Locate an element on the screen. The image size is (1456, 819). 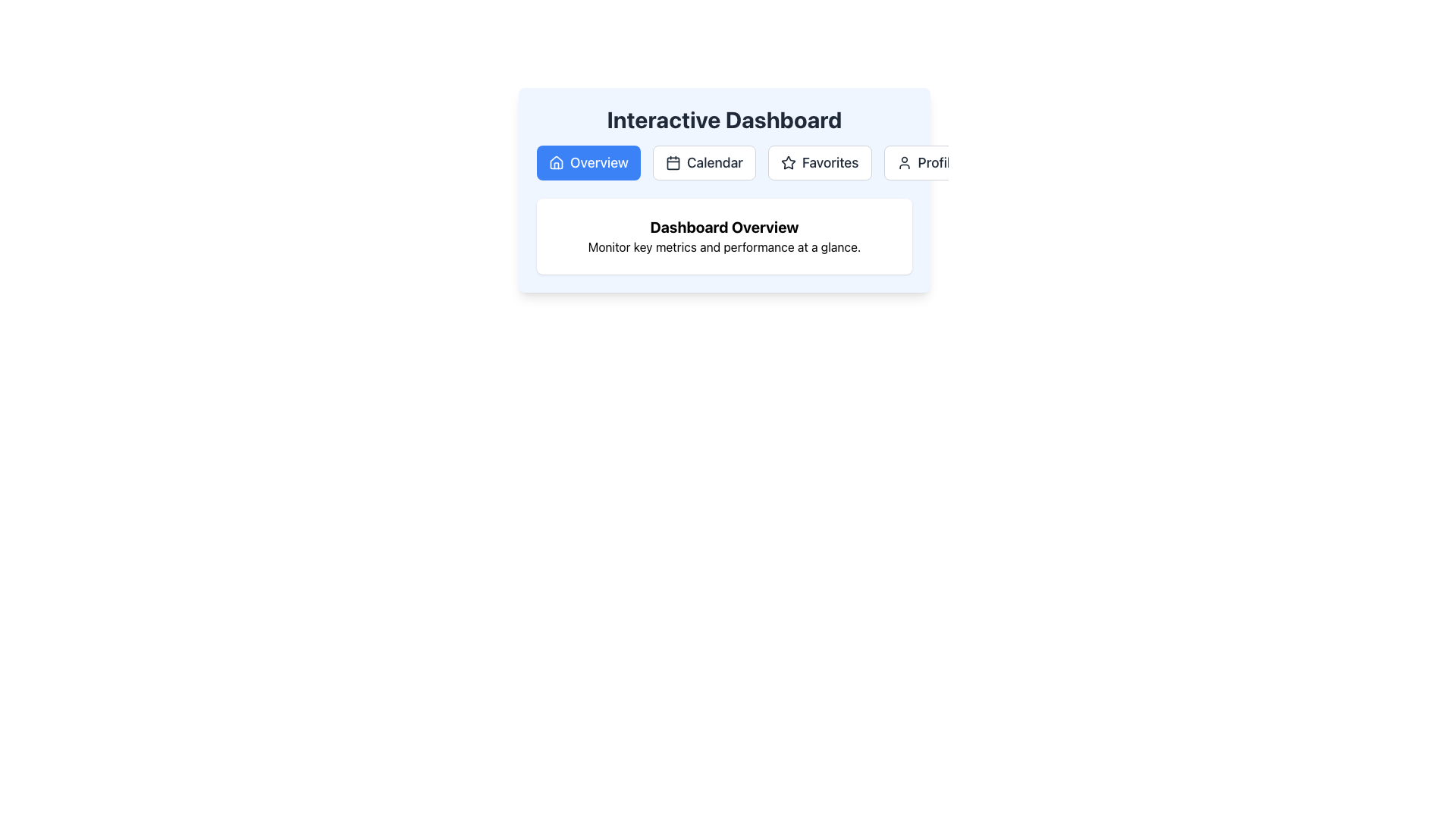
the star icon in the Favorites tab is located at coordinates (787, 162).